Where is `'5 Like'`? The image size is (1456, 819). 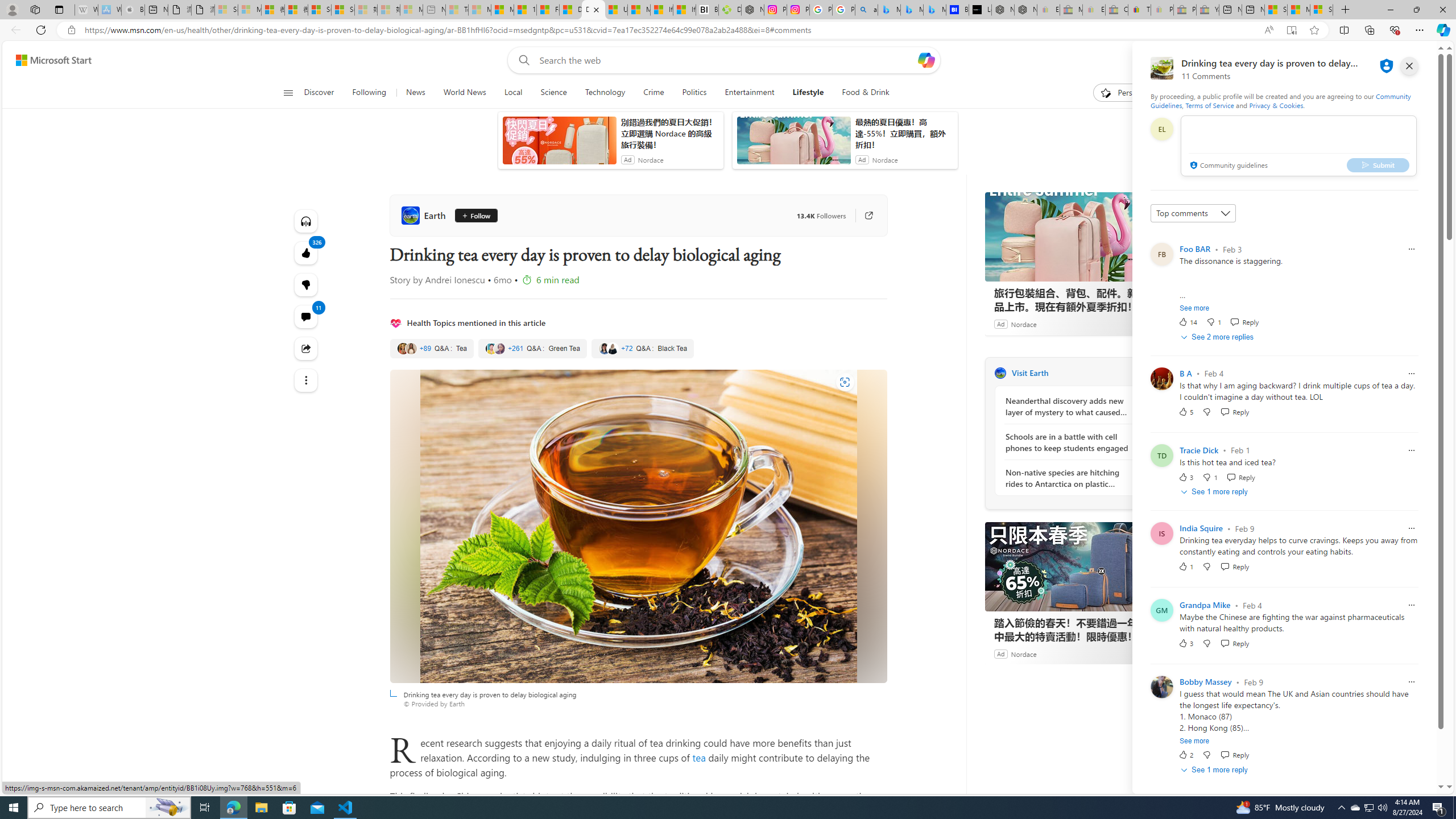 '5 Like' is located at coordinates (1185, 411).